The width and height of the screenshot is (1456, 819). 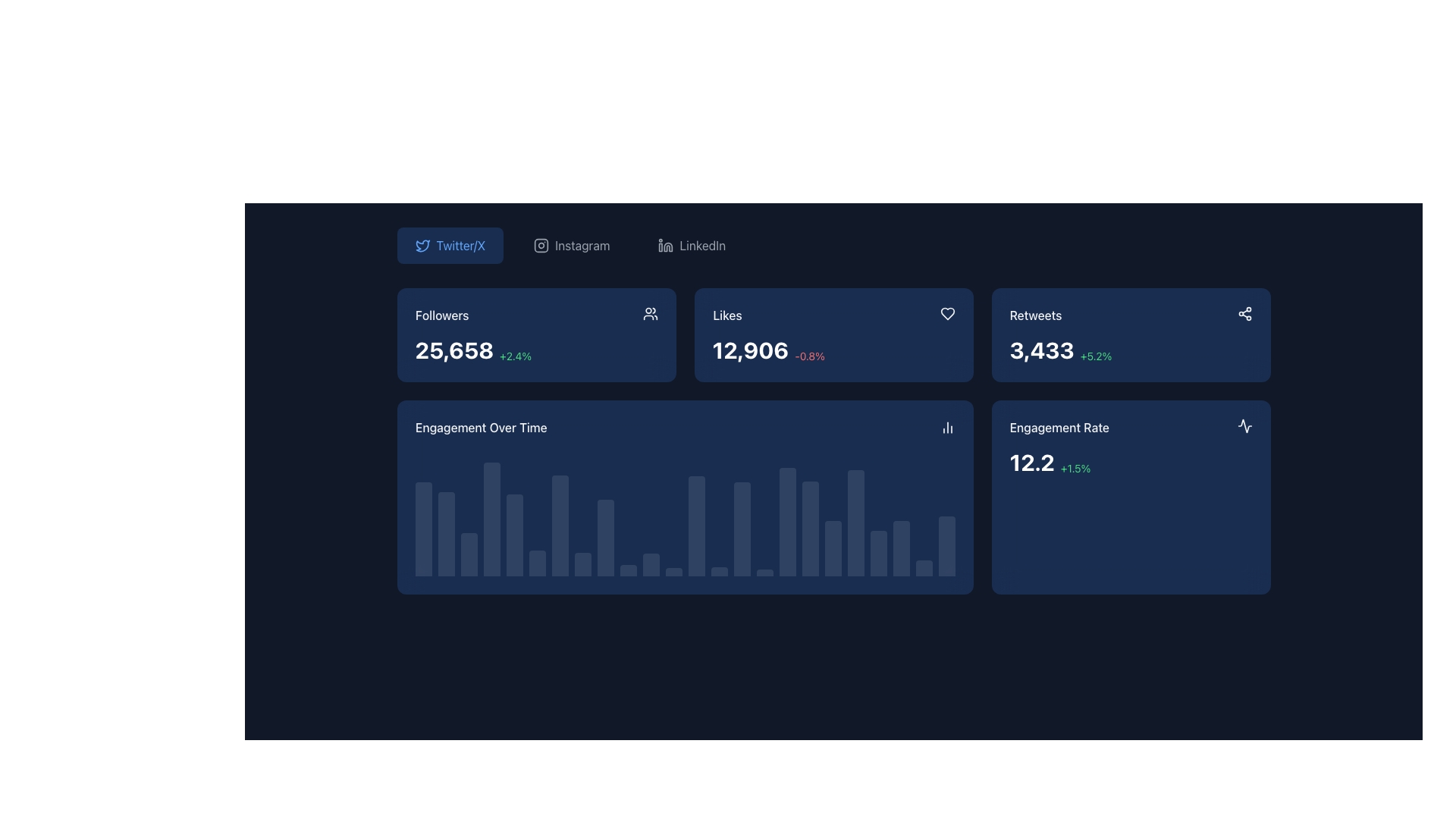 I want to click on the third bar from the left in the 'Engagement Over Time' bar chart, so click(x=468, y=554).